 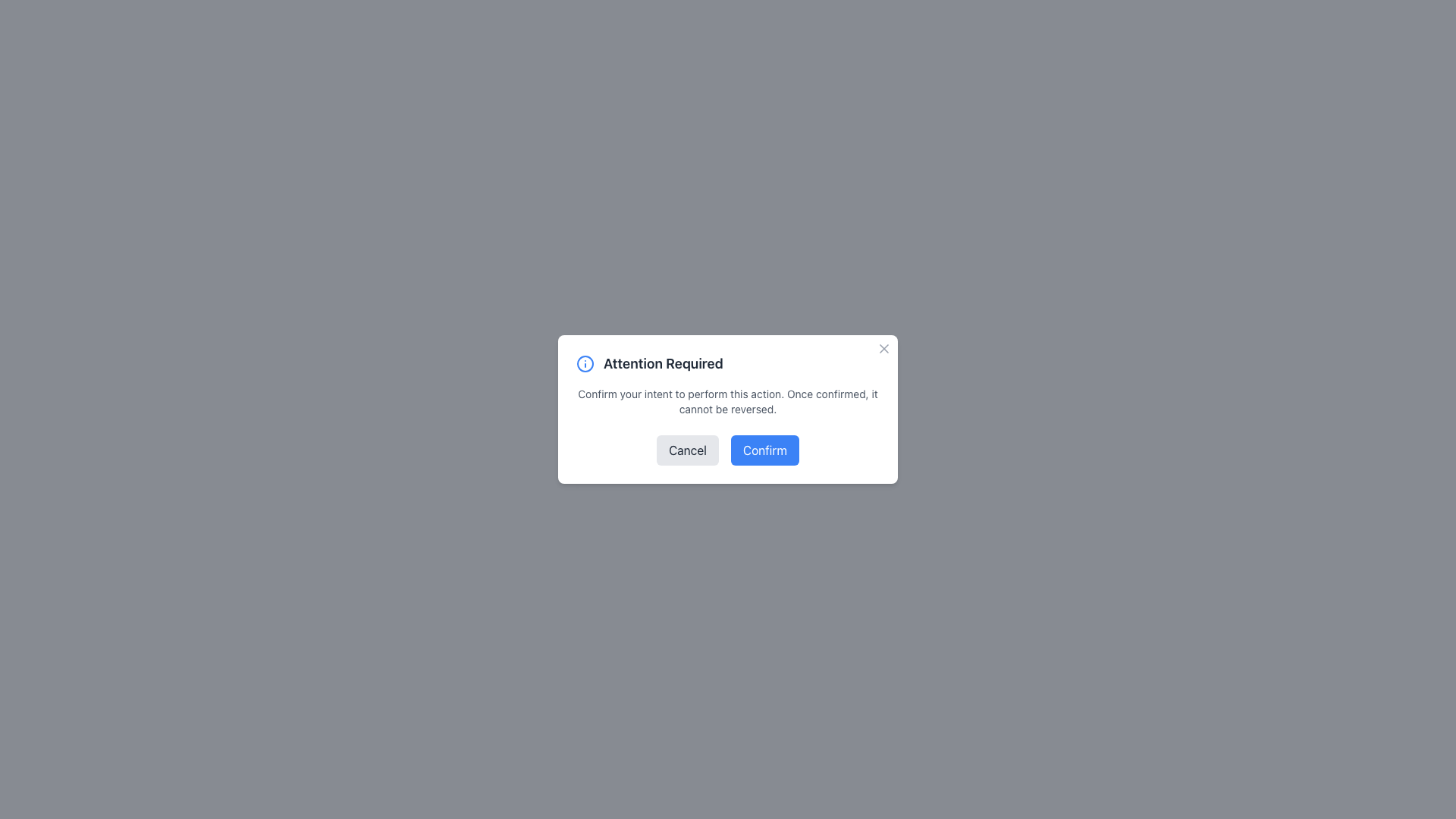 I want to click on the close button located at the top-right corner of the confirmation dialog box to change its color, so click(x=884, y=348).